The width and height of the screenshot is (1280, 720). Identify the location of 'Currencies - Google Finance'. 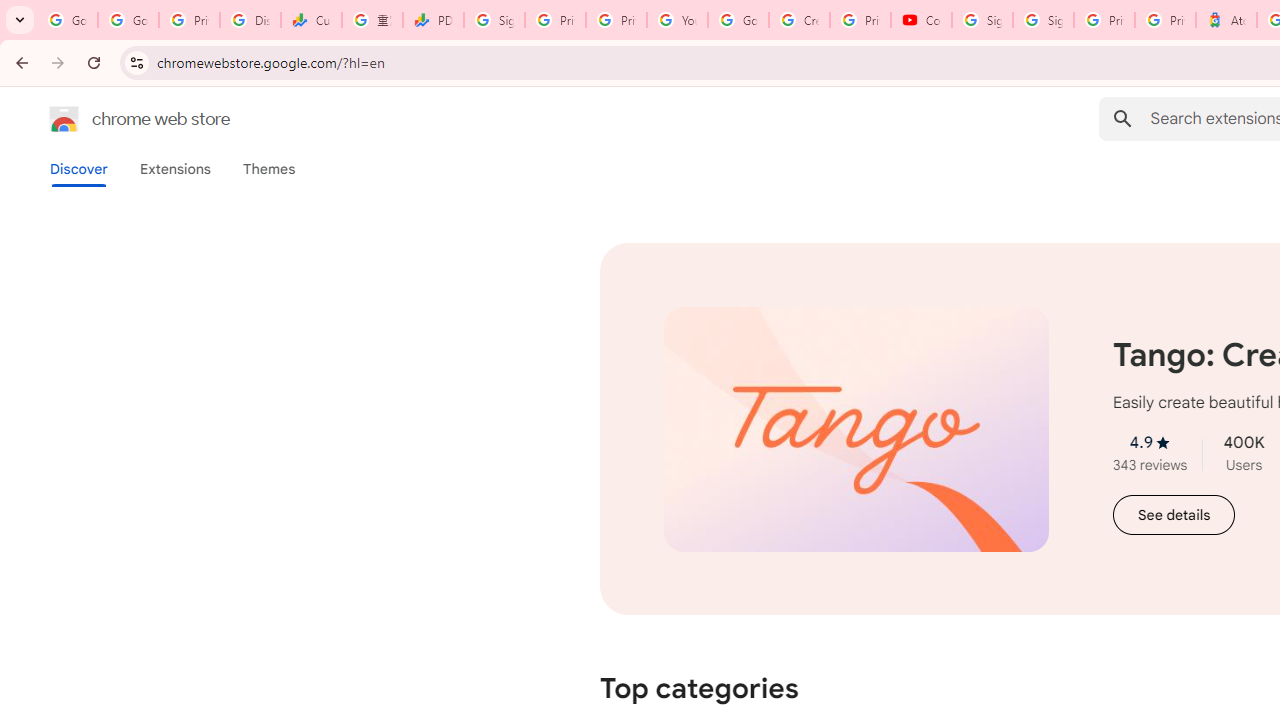
(310, 20).